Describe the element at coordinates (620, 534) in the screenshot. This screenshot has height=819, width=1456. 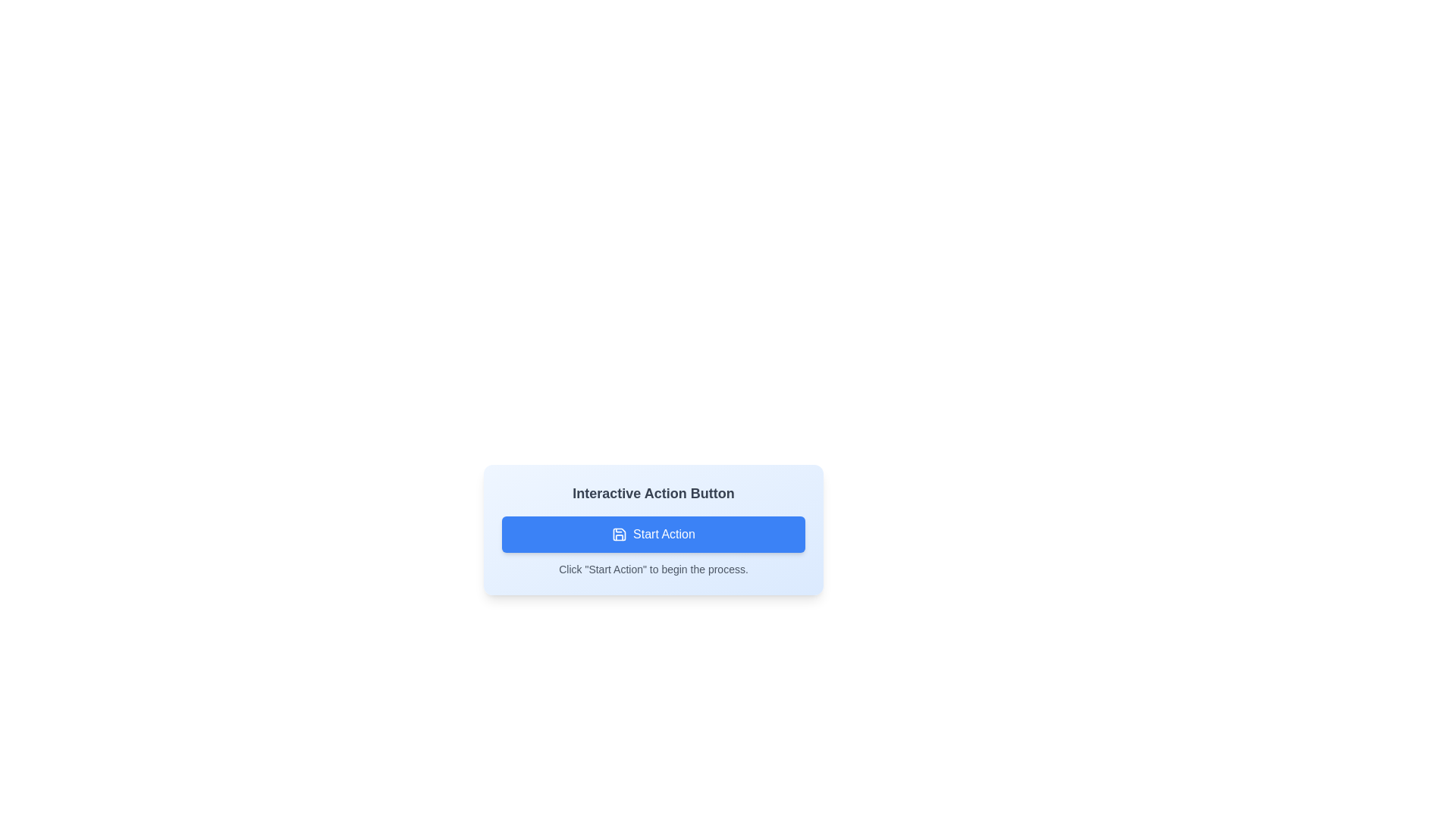
I see `the save disk icon which is part of the 'Start Action' button to initiate interaction` at that location.